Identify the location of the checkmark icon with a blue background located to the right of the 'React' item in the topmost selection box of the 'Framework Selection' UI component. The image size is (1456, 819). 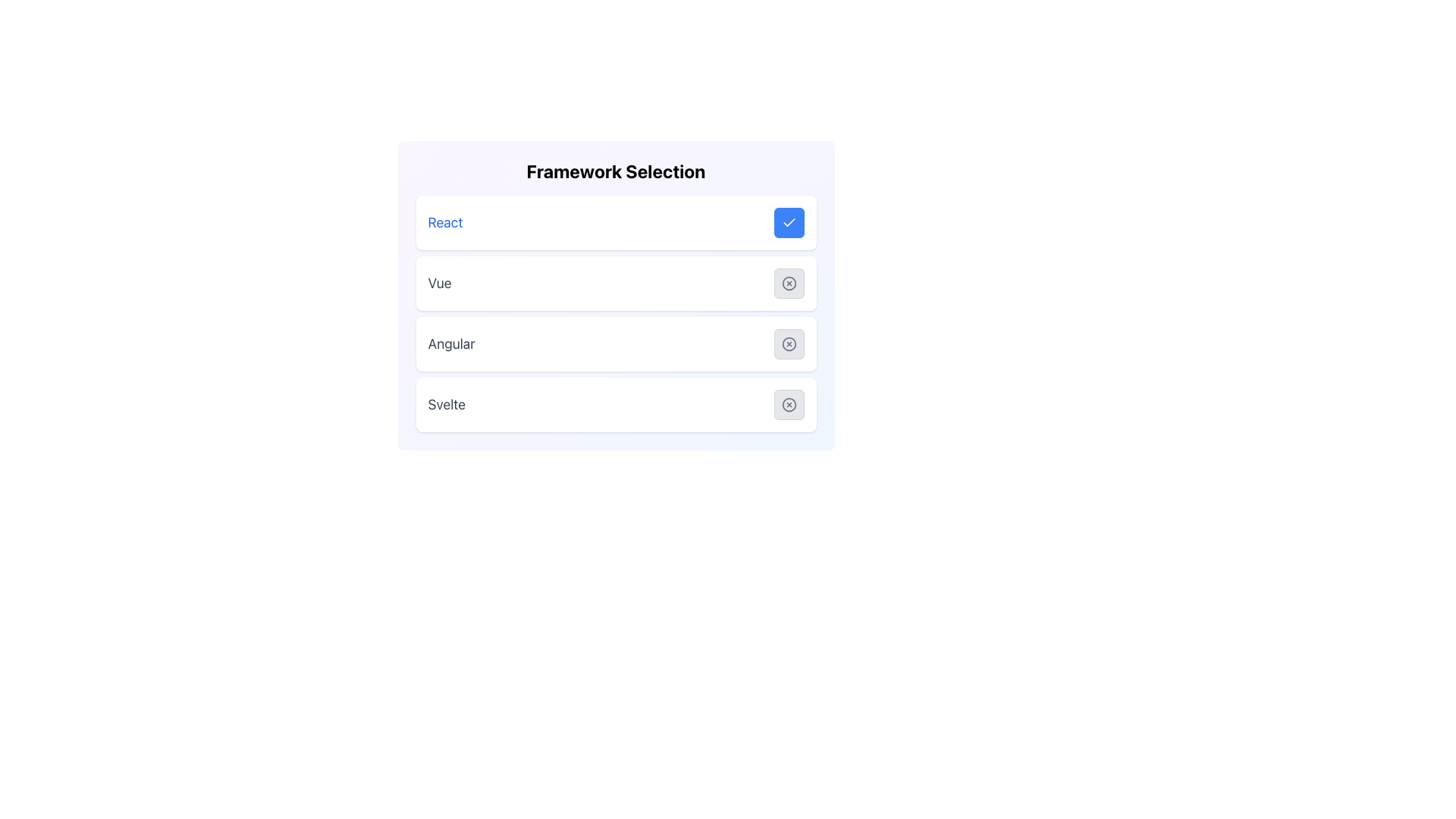
(789, 222).